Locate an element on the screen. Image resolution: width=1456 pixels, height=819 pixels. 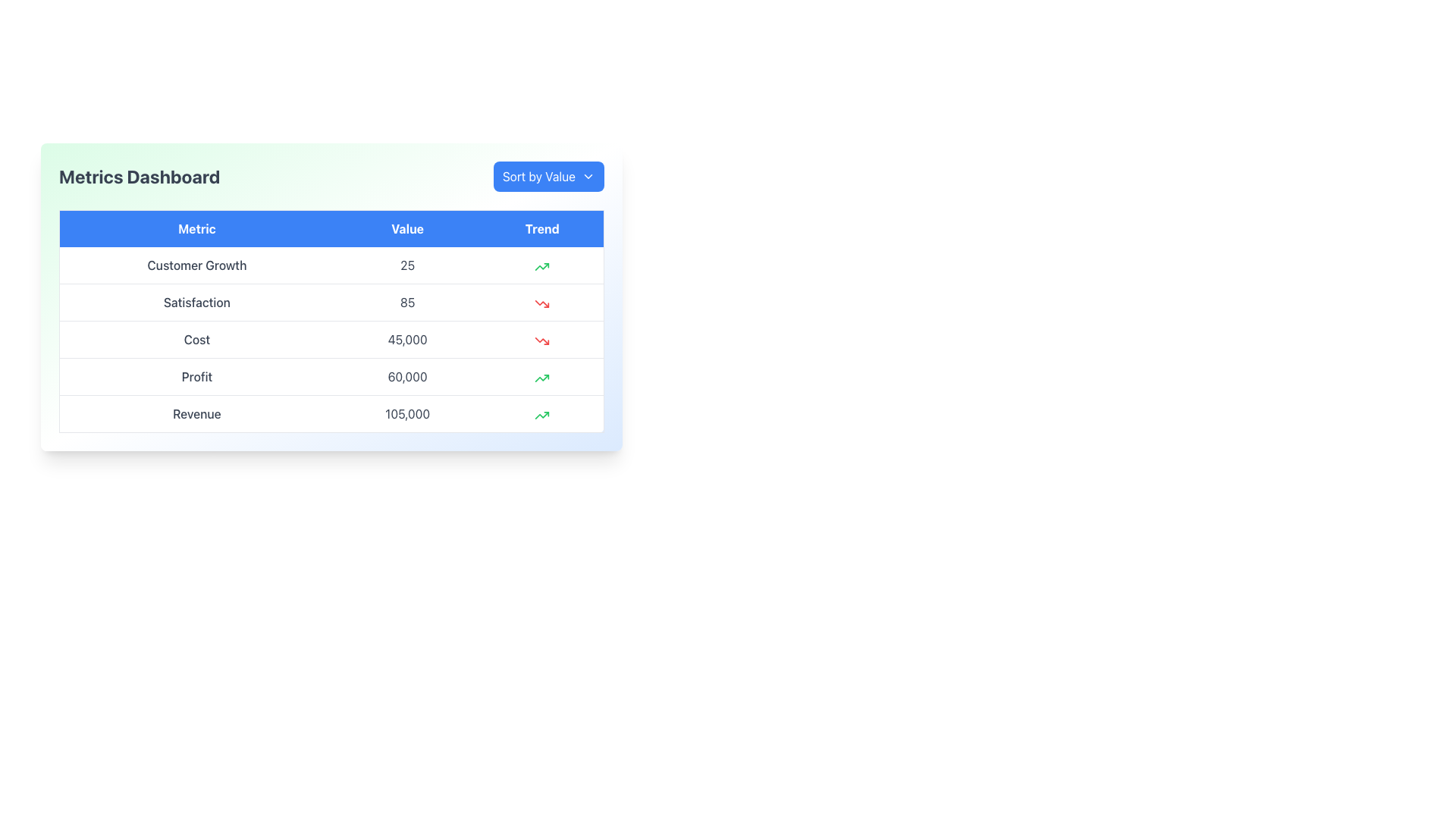
the numeric string '105,000' in the fifth row of the 'Revenue' table under the 'Value' column is located at coordinates (407, 414).